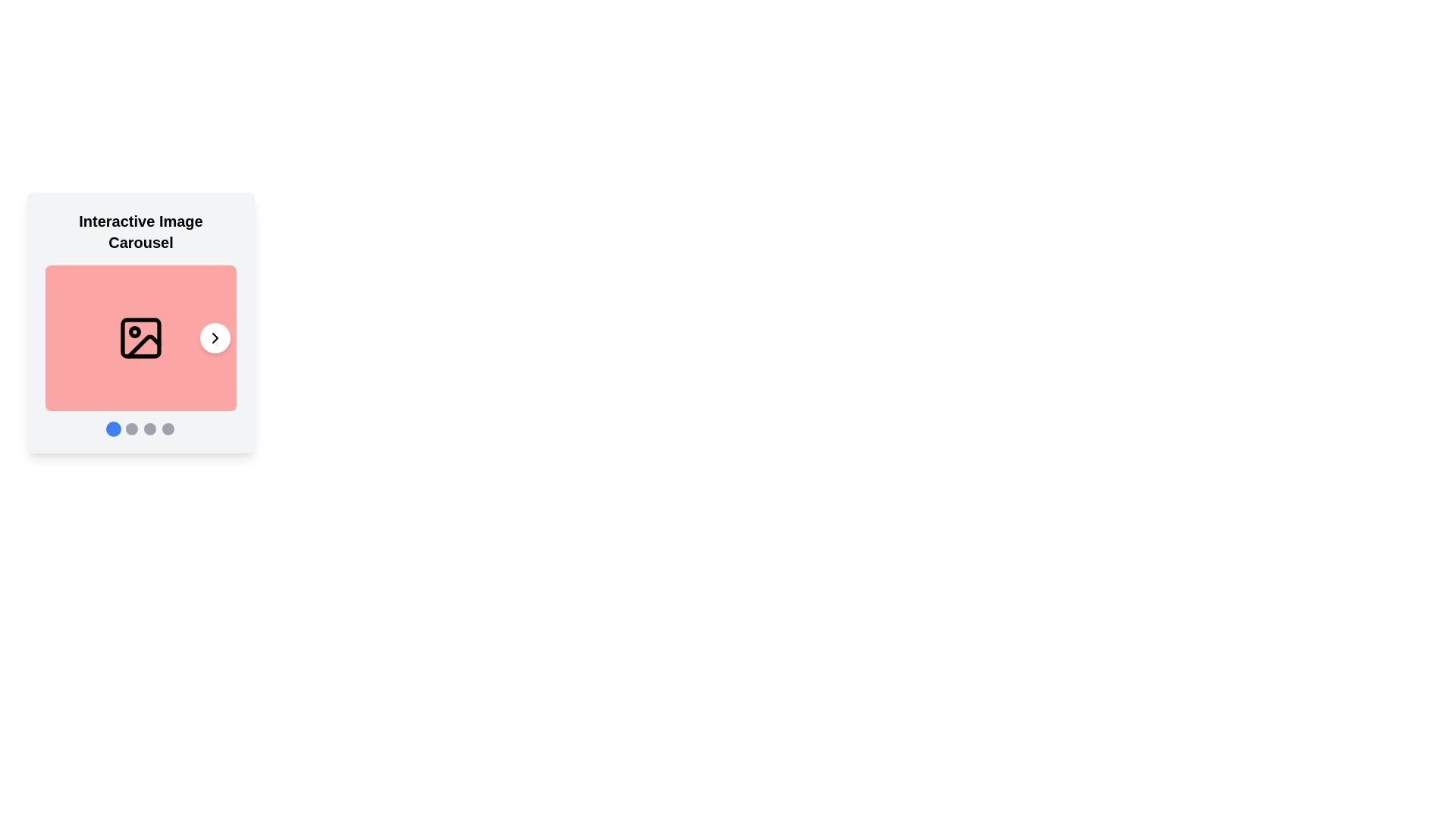  What do you see at coordinates (149, 429) in the screenshot?
I see `the third circle from the left in a row of four circles at the bottom of the carousel` at bounding box center [149, 429].